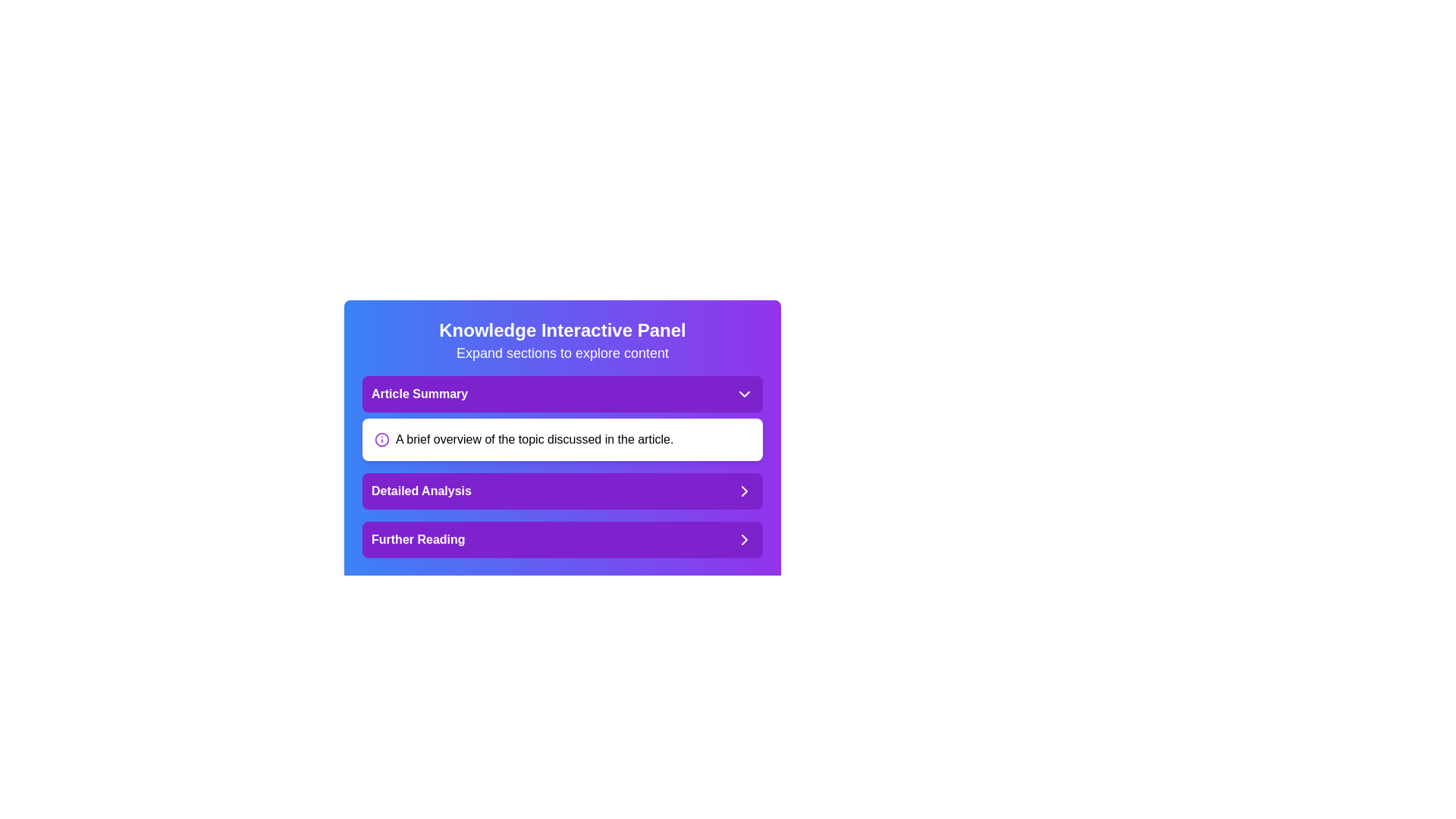 Image resolution: width=1456 pixels, height=819 pixels. I want to click on the actionable icon located at the far right of the 'Detailed Analysis' purple button, so click(745, 491).